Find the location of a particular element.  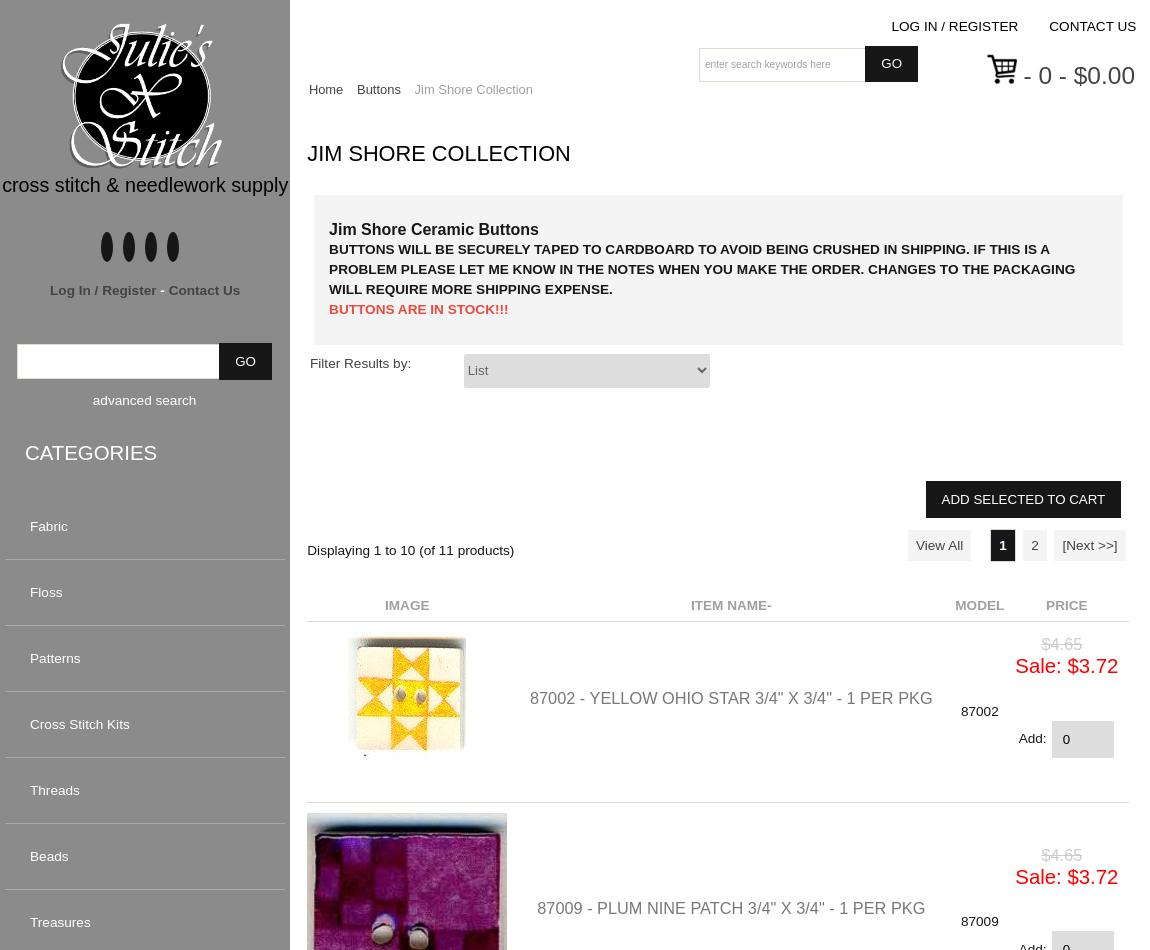

'Displaying' is located at coordinates (340, 549).